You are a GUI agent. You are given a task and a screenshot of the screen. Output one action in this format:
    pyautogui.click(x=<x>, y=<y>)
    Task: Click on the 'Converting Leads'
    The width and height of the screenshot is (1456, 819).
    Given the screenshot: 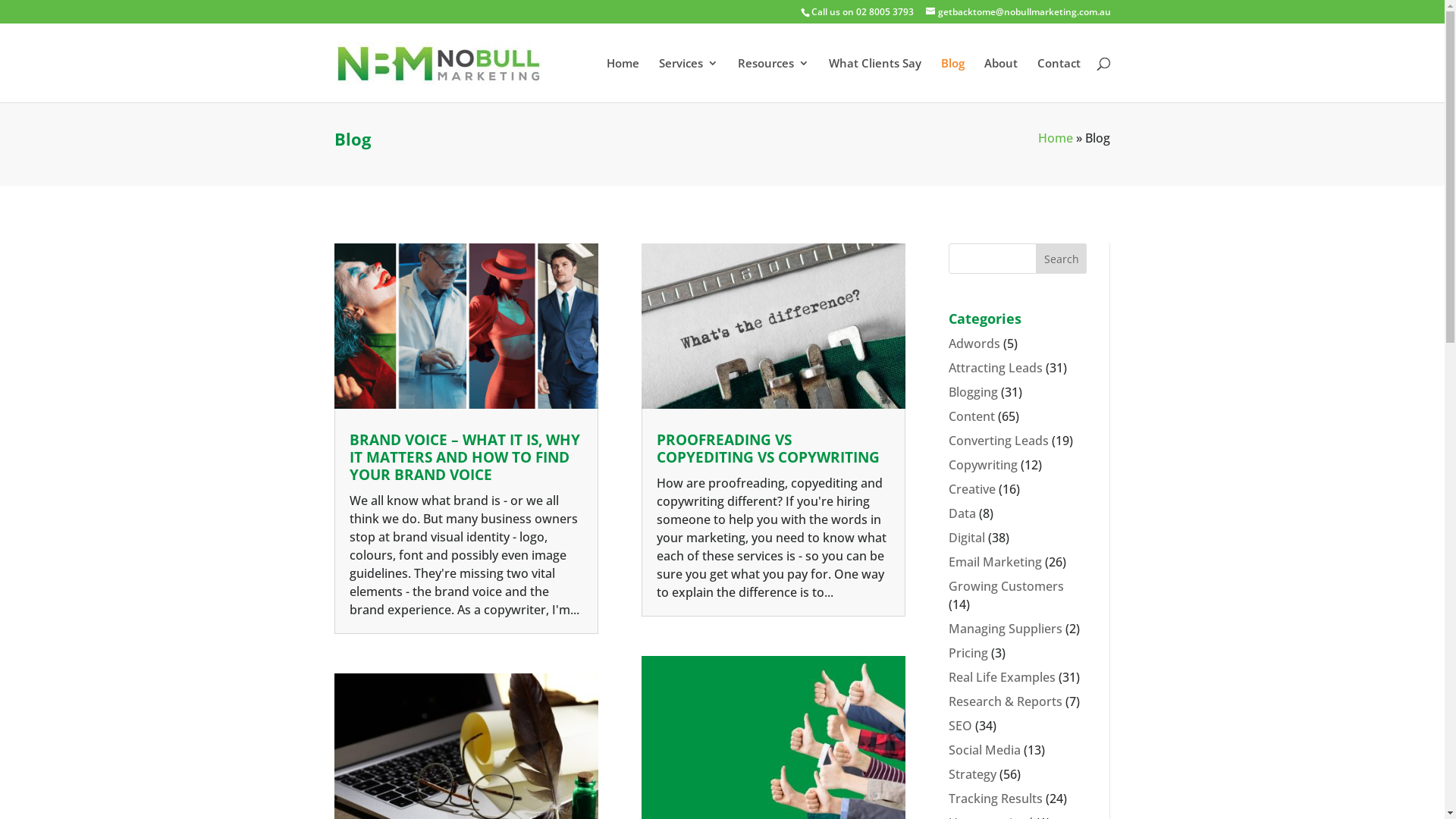 What is the action you would take?
    pyautogui.click(x=998, y=441)
    